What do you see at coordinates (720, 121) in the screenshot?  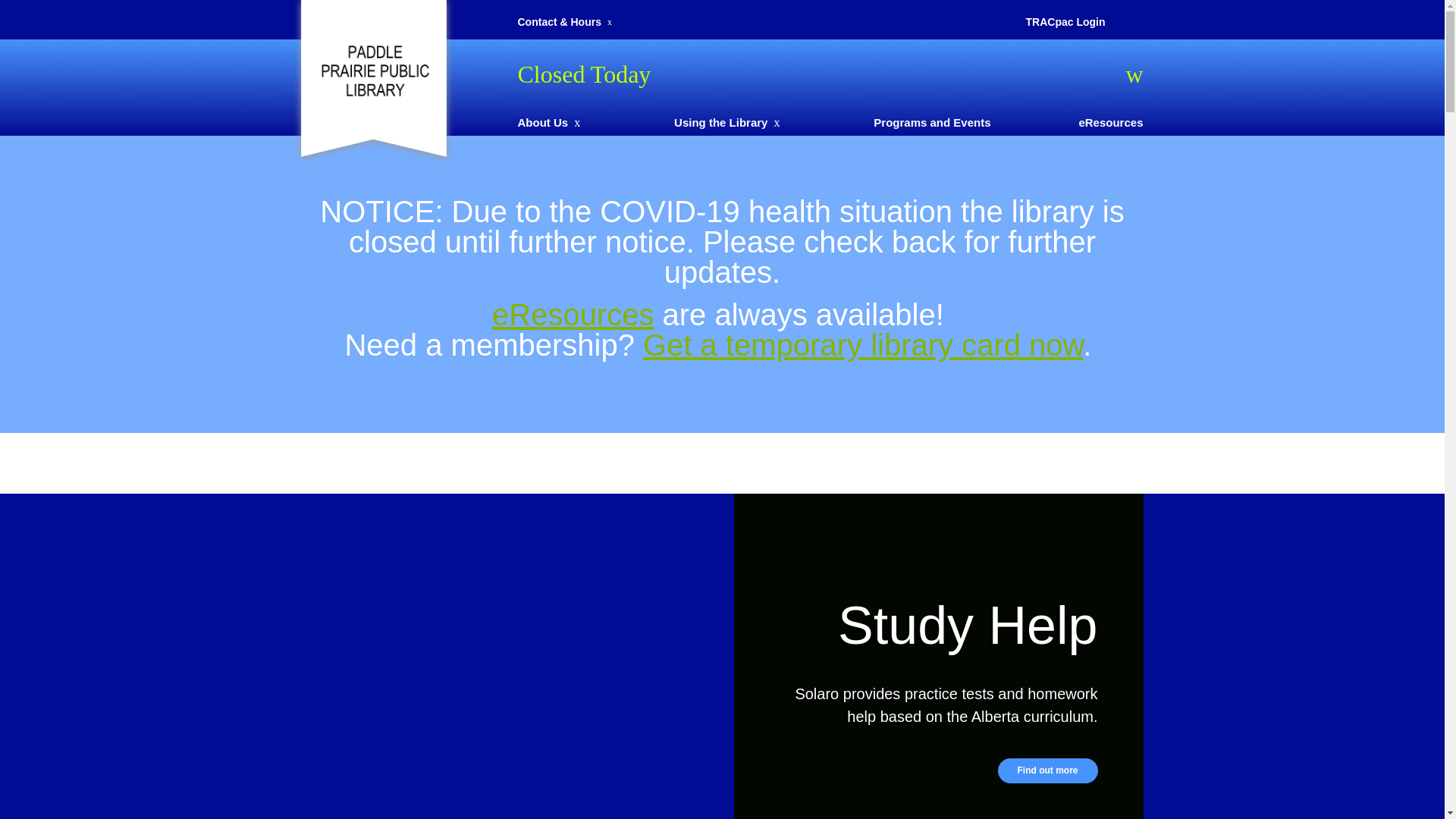 I see `'Using the Library'` at bounding box center [720, 121].